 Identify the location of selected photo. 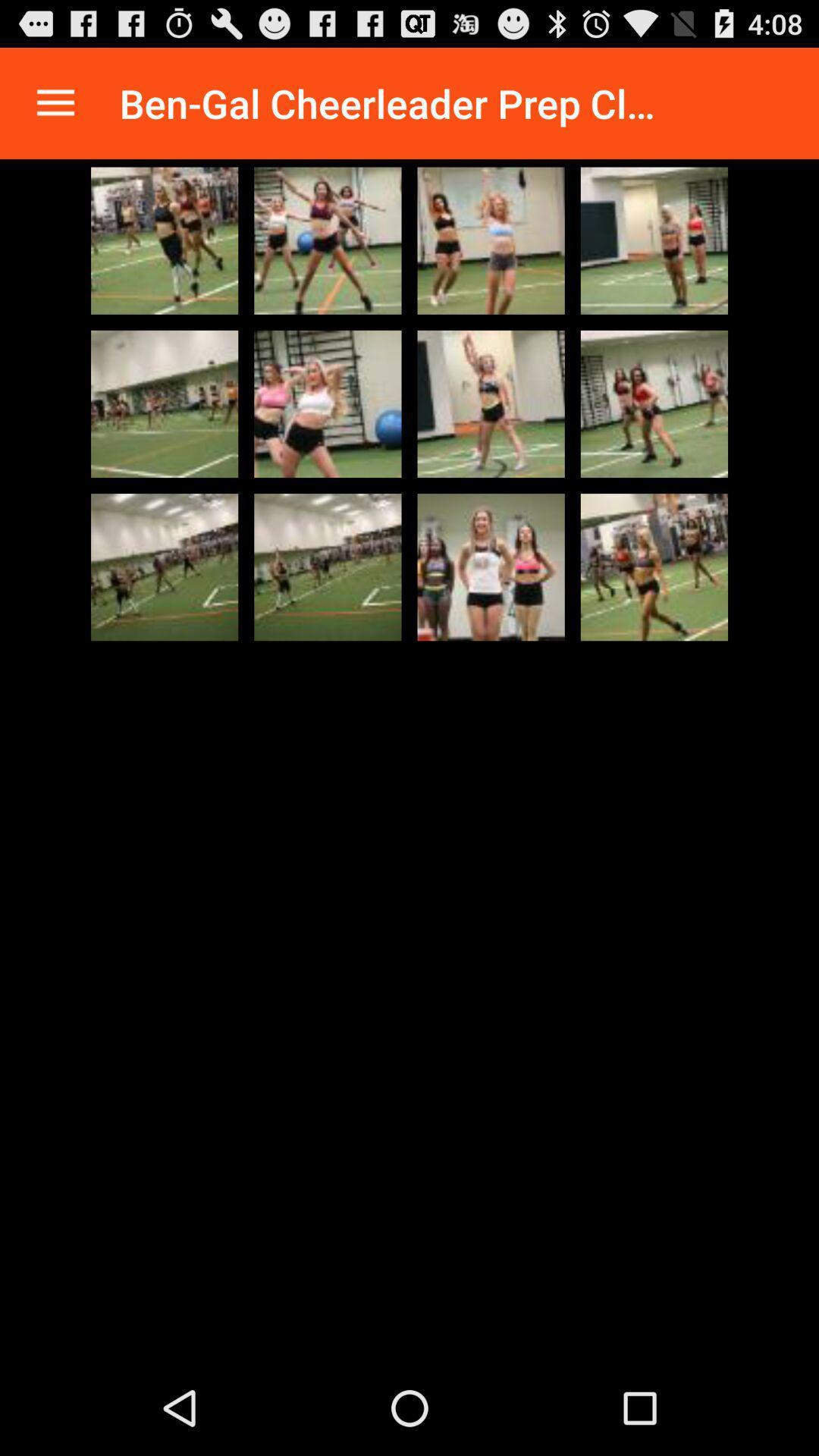
(653, 403).